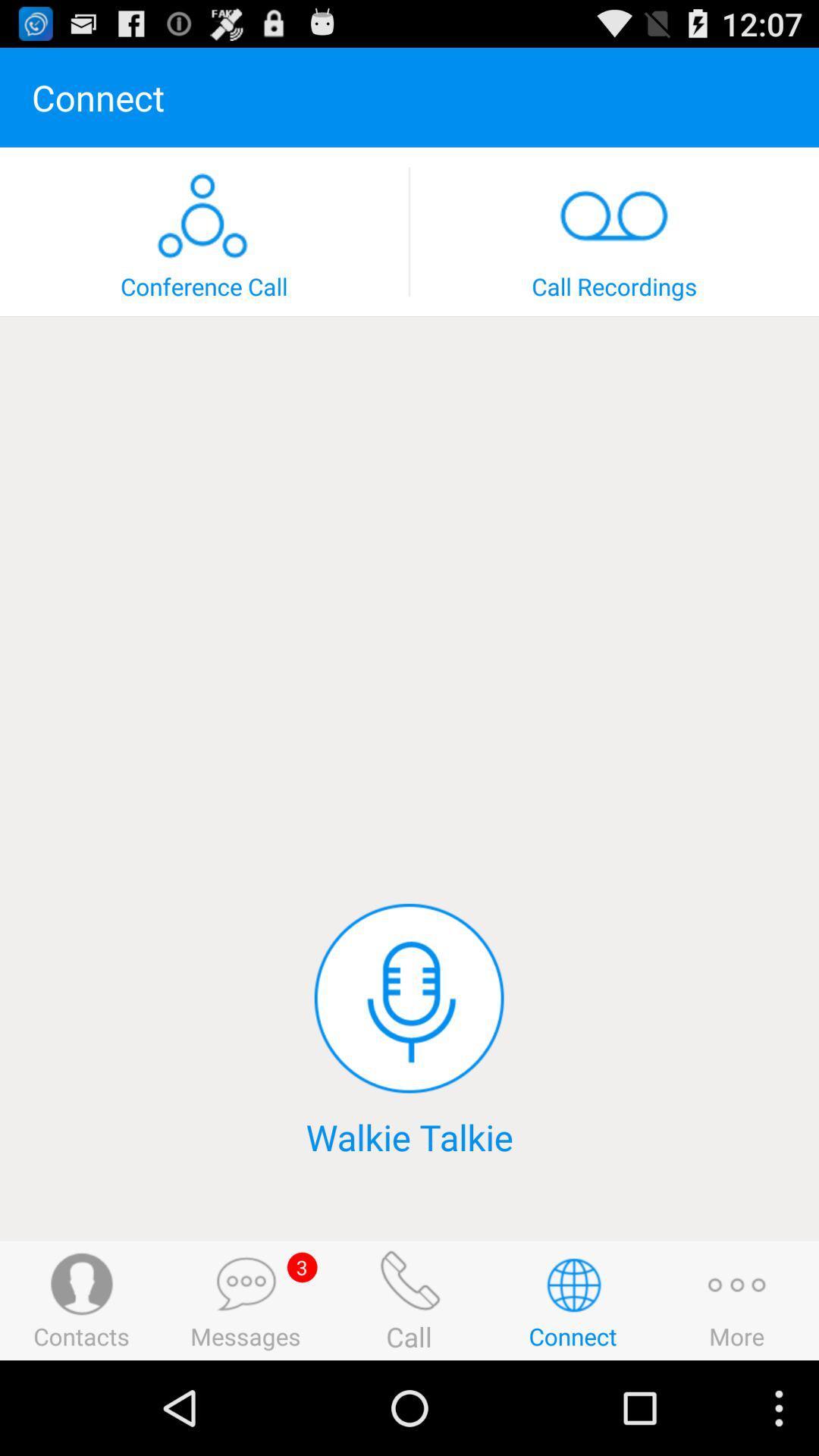 The width and height of the screenshot is (819, 1456). What do you see at coordinates (408, 998) in the screenshot?
I see `start microphone` at bounding box center [408, 998].